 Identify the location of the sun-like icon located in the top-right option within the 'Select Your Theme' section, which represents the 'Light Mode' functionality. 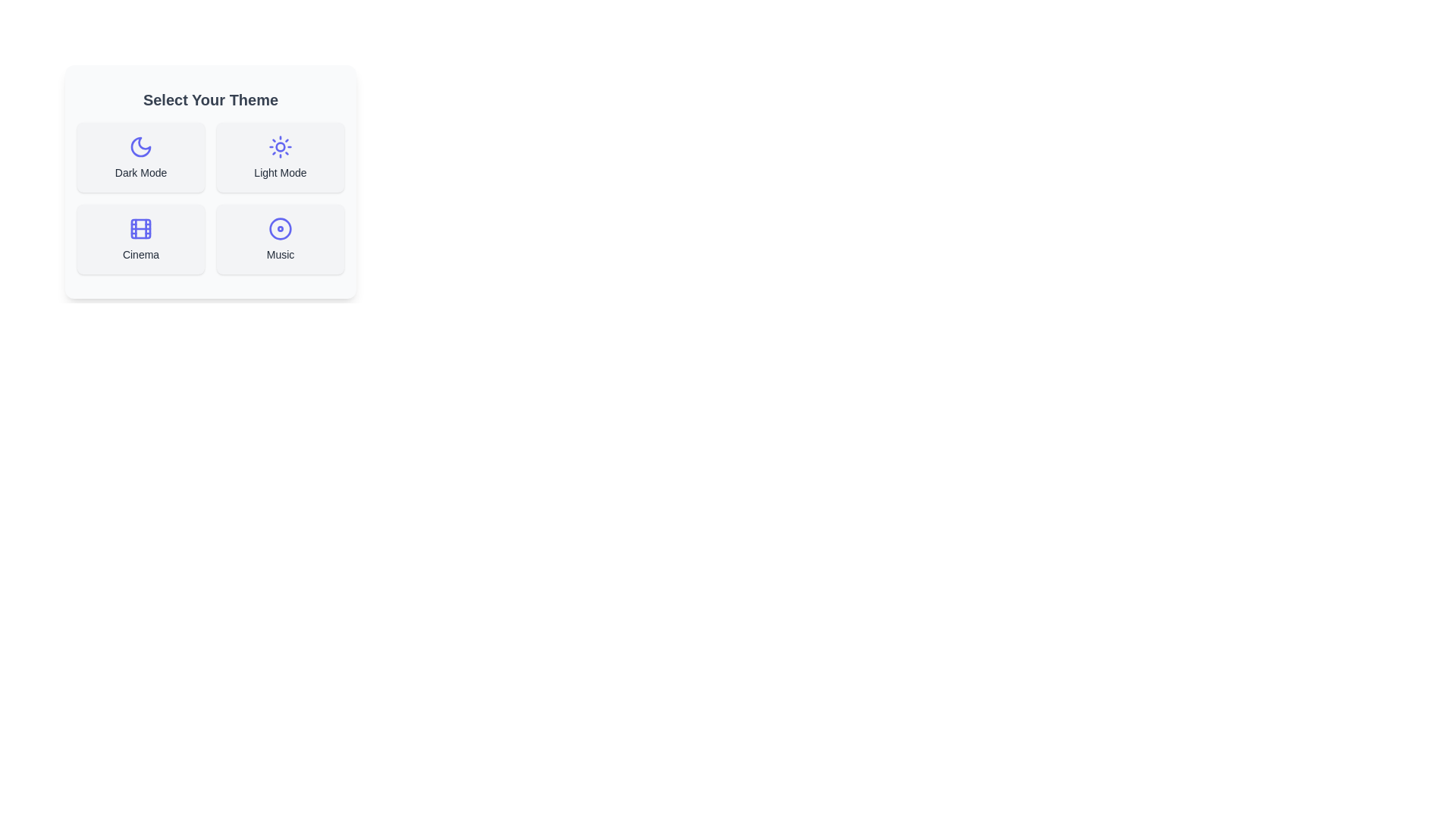
(280, 146).